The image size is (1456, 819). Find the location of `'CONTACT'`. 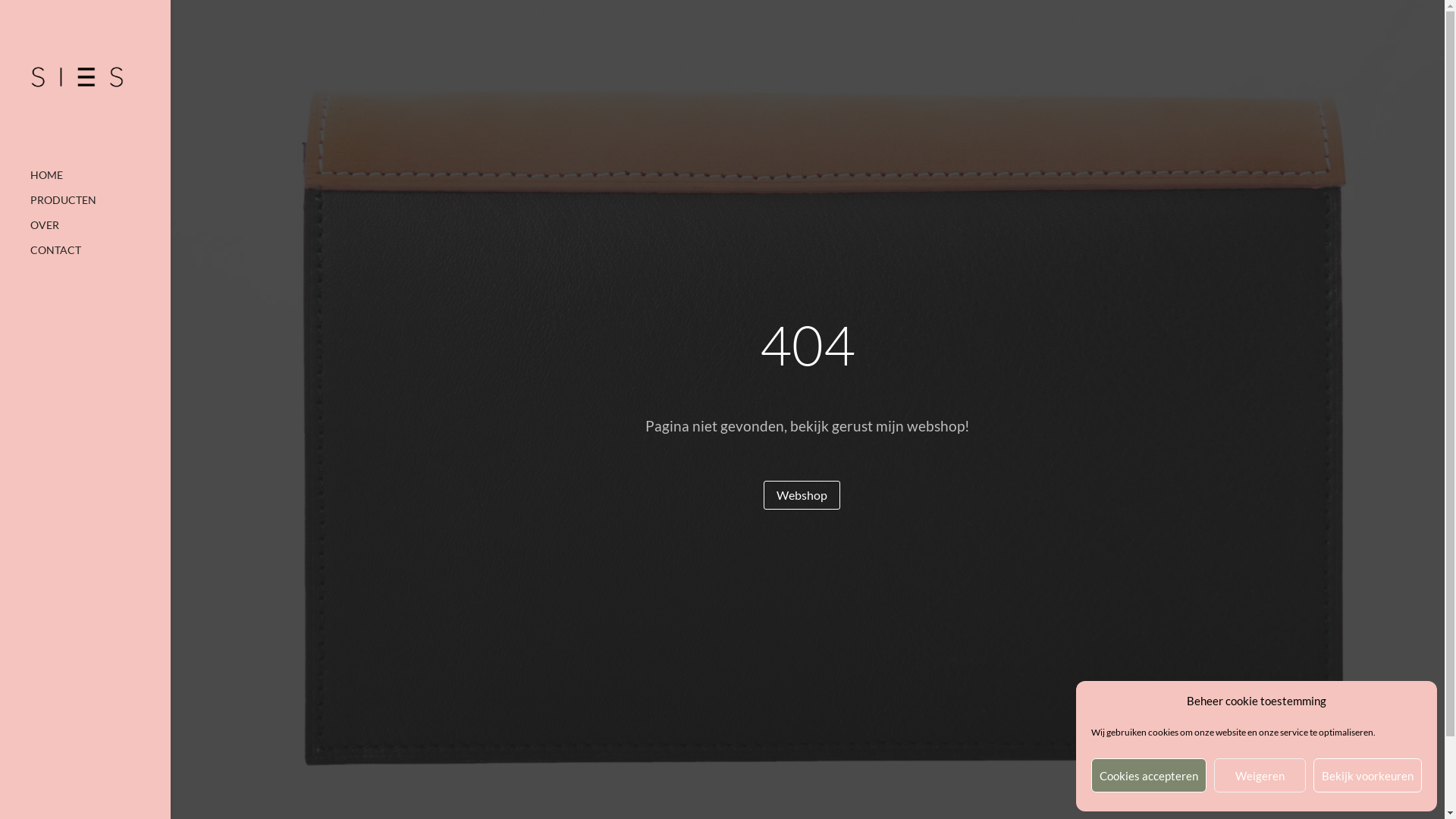

'CONTACT' is located at coordinates (99, 256).